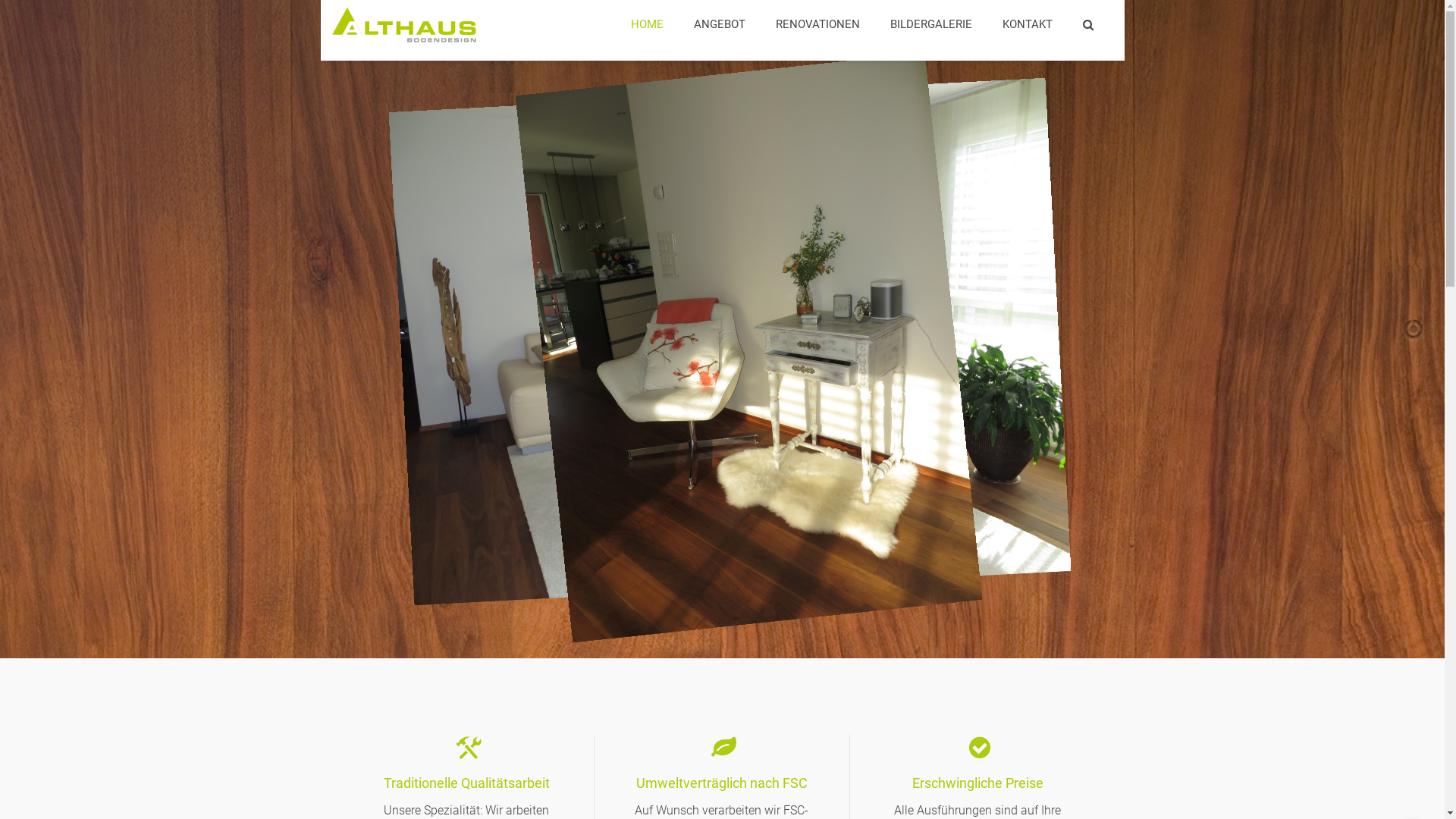 This screenshot has height=819, width=1456. Describe the element at coordinates (987, 24) in the screenshot. I see `'KONTAKT'` at that location.